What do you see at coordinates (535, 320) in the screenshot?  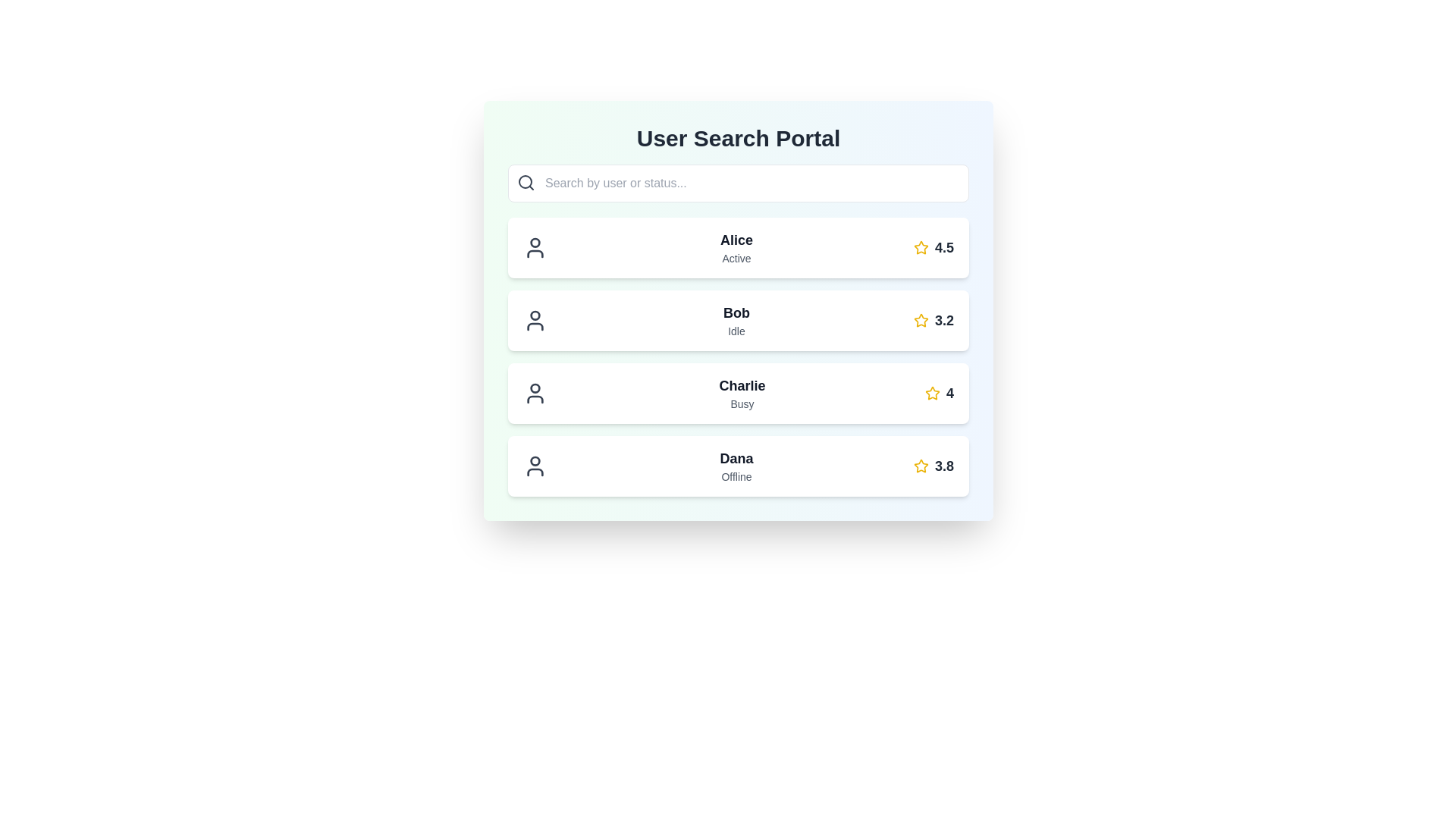 I see `the user's profile silhouette icon, which is outlined in dark gray and located to the left of the text 'Bob' in the second row of the user list interface` at bounding box center [535, 320].